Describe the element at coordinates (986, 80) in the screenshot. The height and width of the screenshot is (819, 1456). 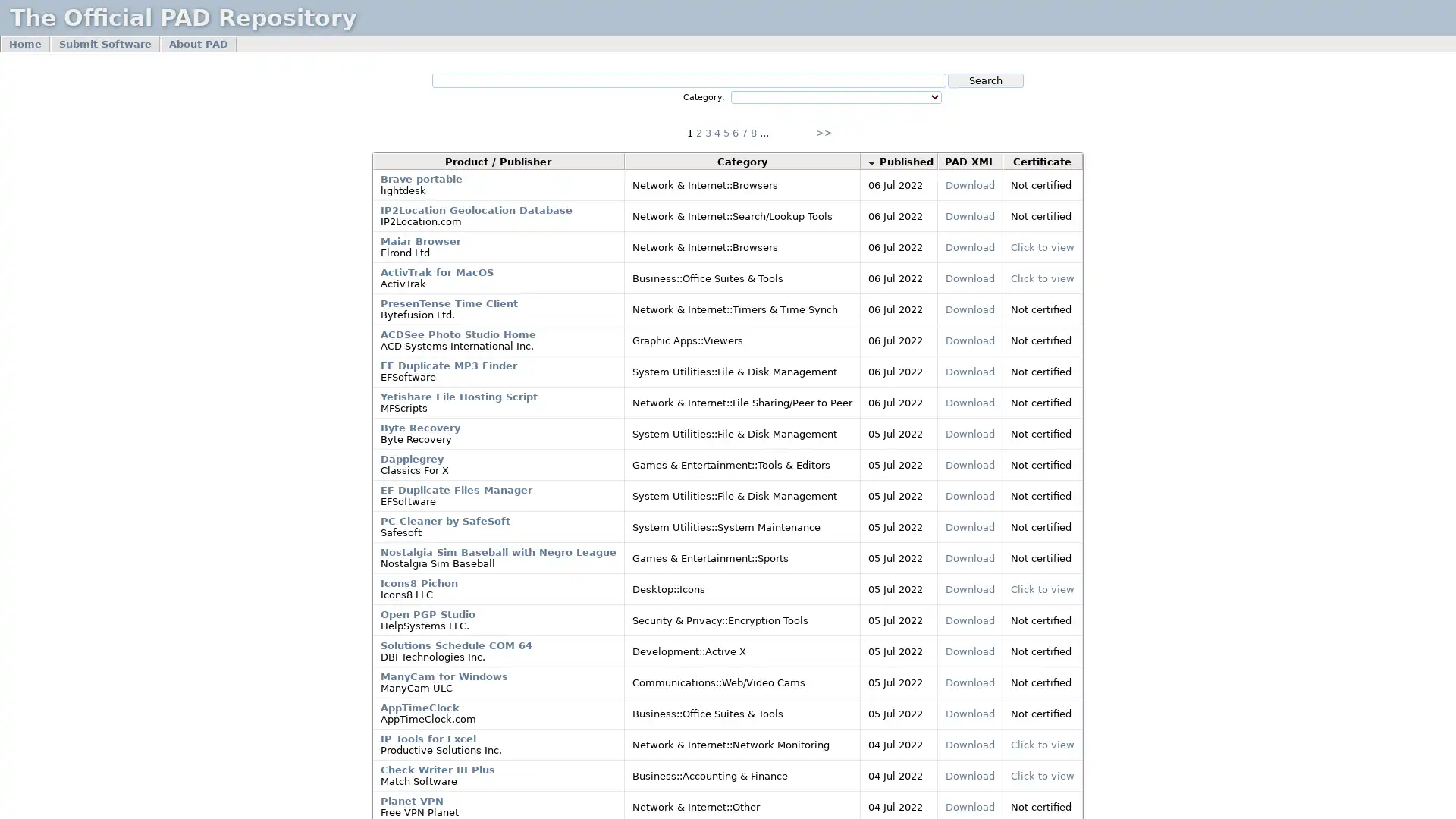
I see `Search` at that location.